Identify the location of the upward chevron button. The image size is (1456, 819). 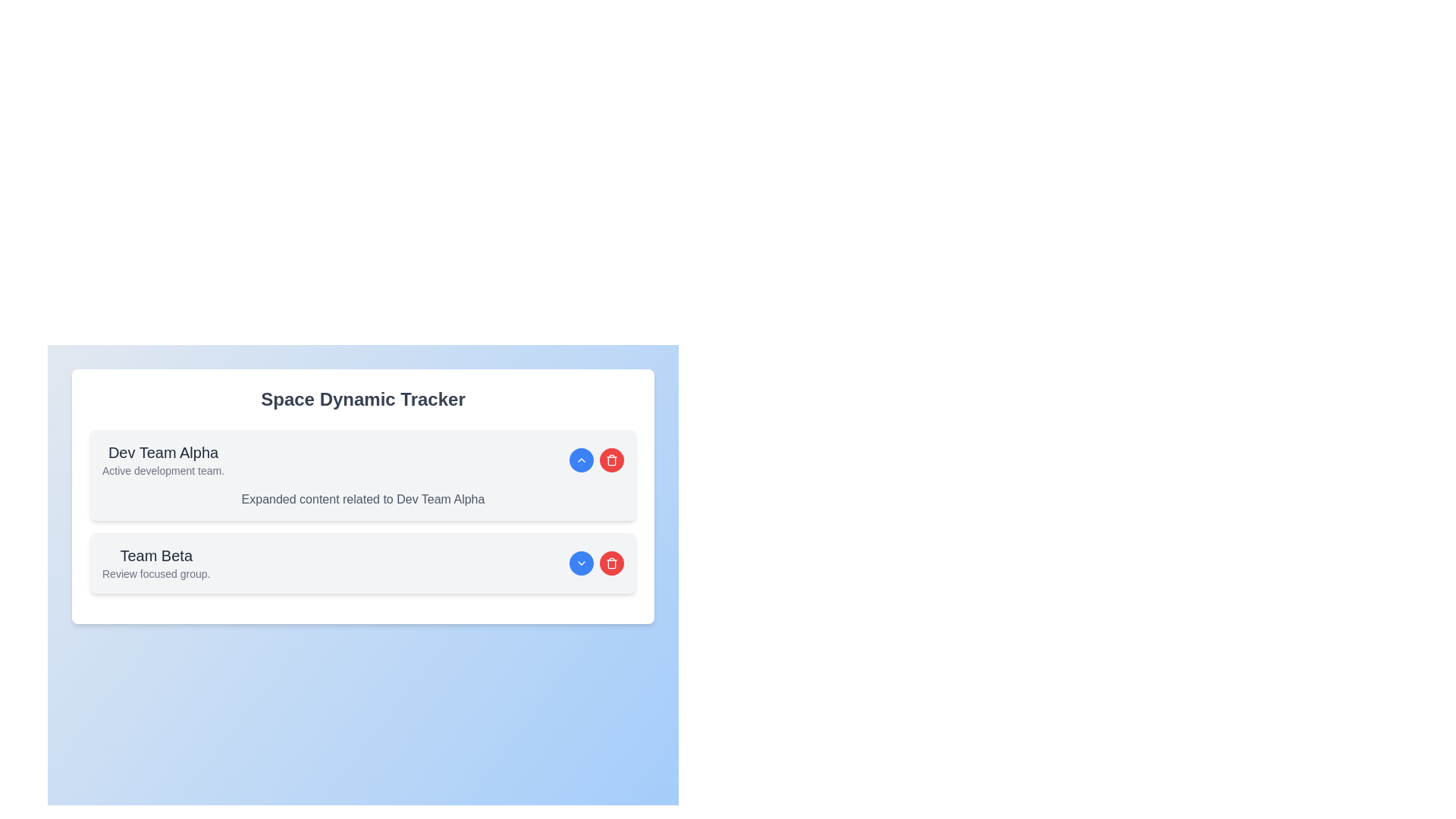
(596, 459).